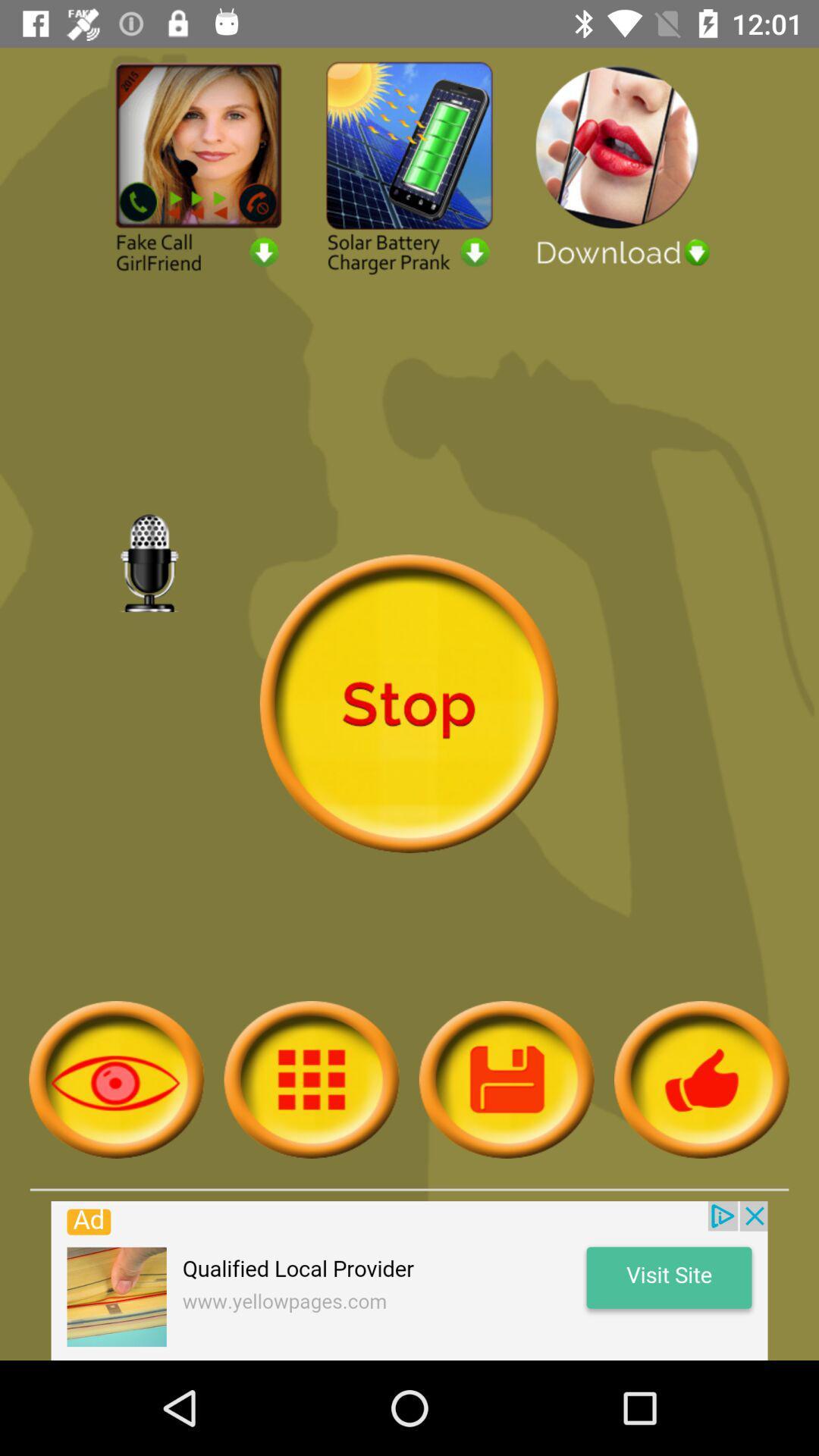  What do you see at coordinates (409, 166) in the screenshot?
I see `solar battery charger prank` at bounding box center [409, 166].